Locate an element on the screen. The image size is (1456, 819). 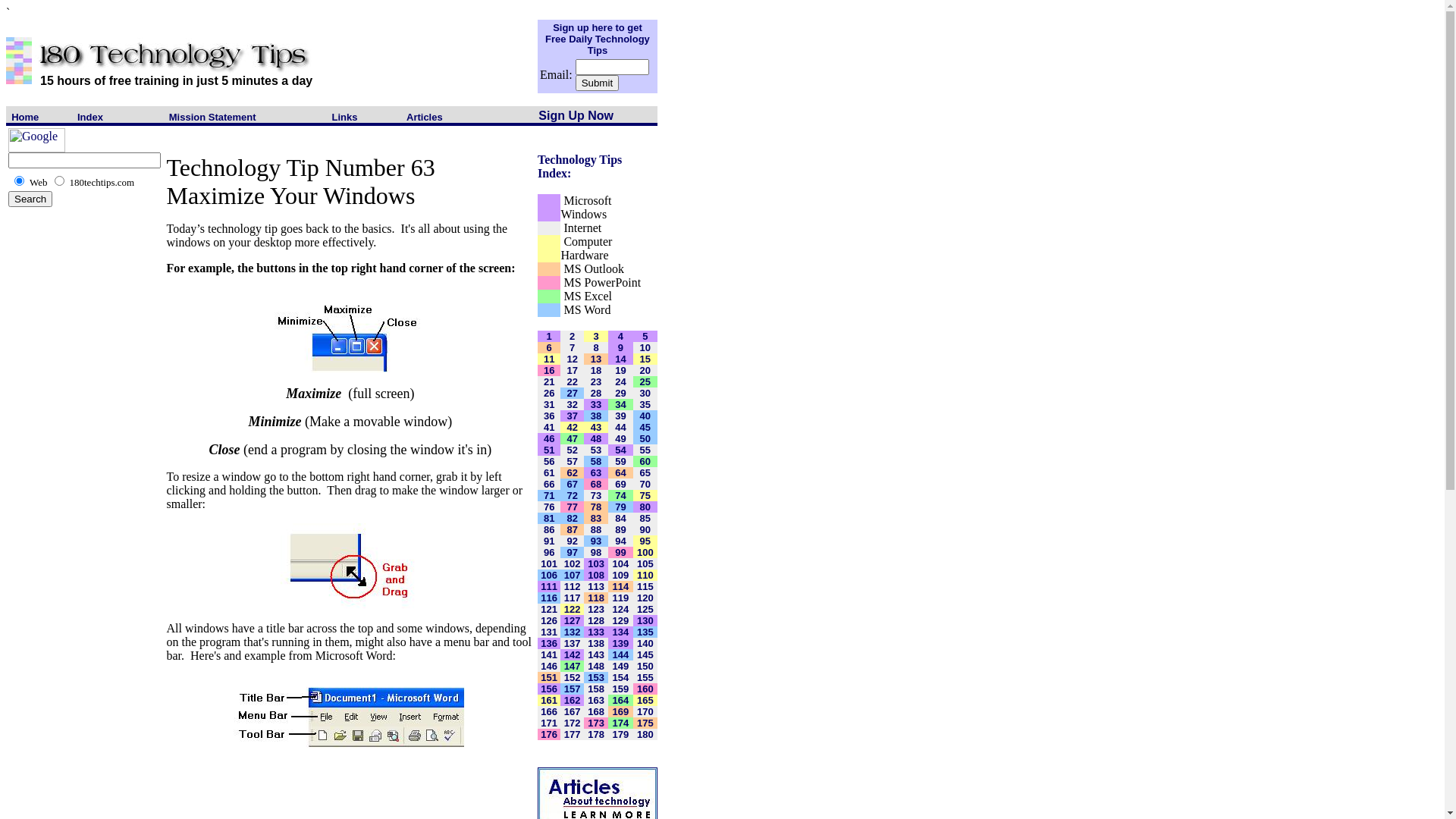
'46' is located at coordinates (548, 438).